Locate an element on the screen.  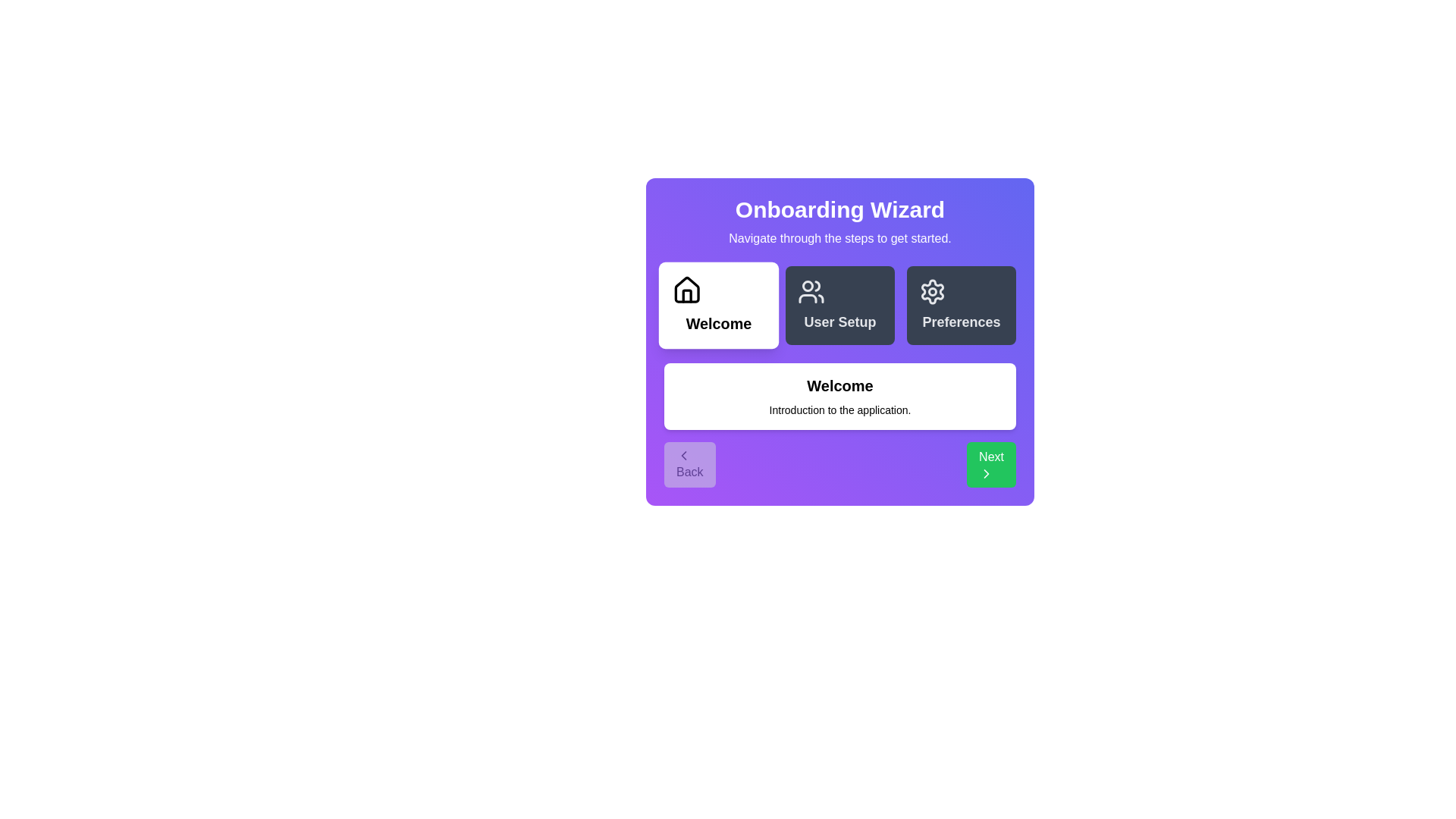
the step icon corresponding to Preferences to view its content is located at coordinates (960, 305).